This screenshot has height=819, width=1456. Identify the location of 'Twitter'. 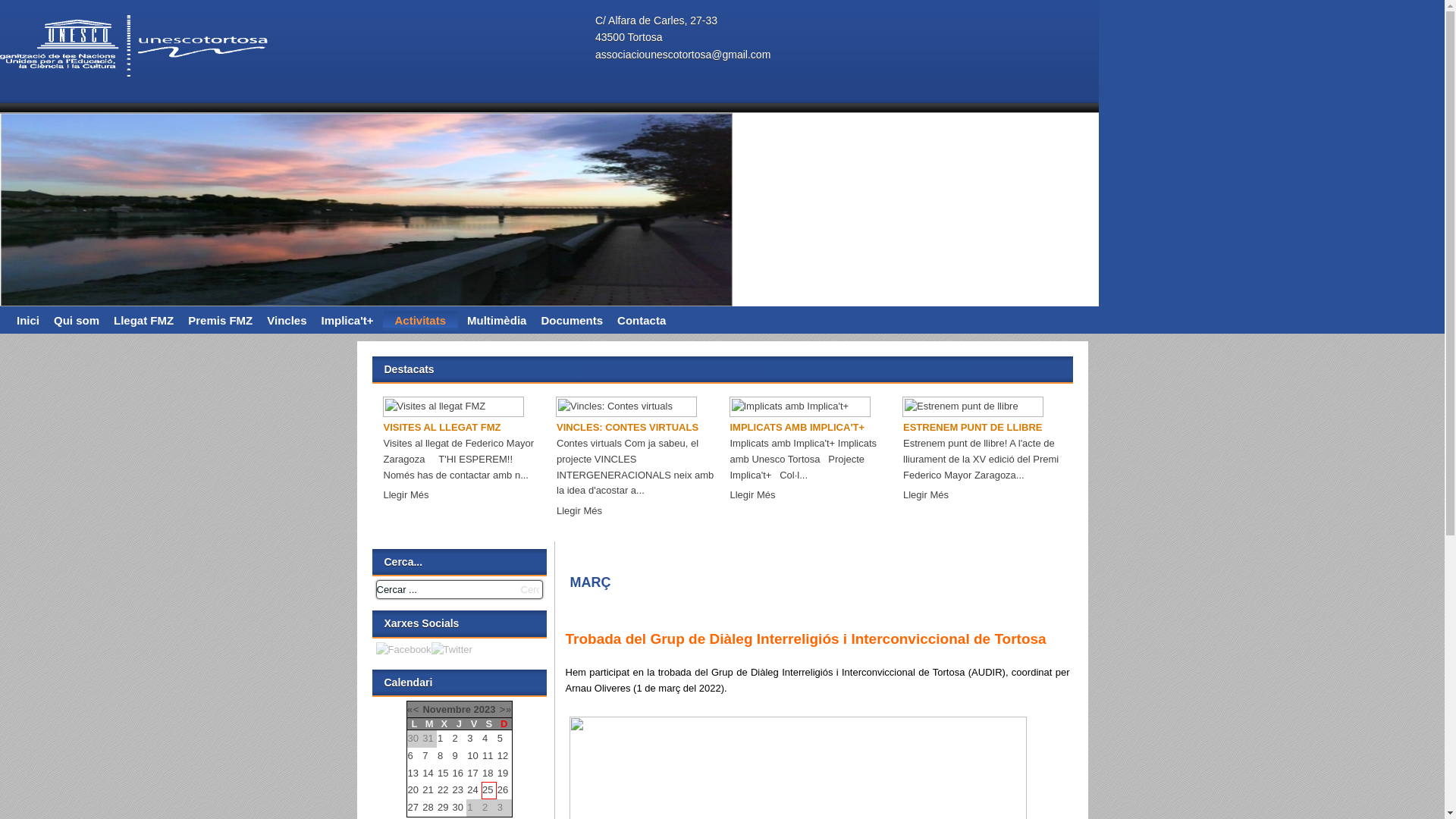
(450, 649).